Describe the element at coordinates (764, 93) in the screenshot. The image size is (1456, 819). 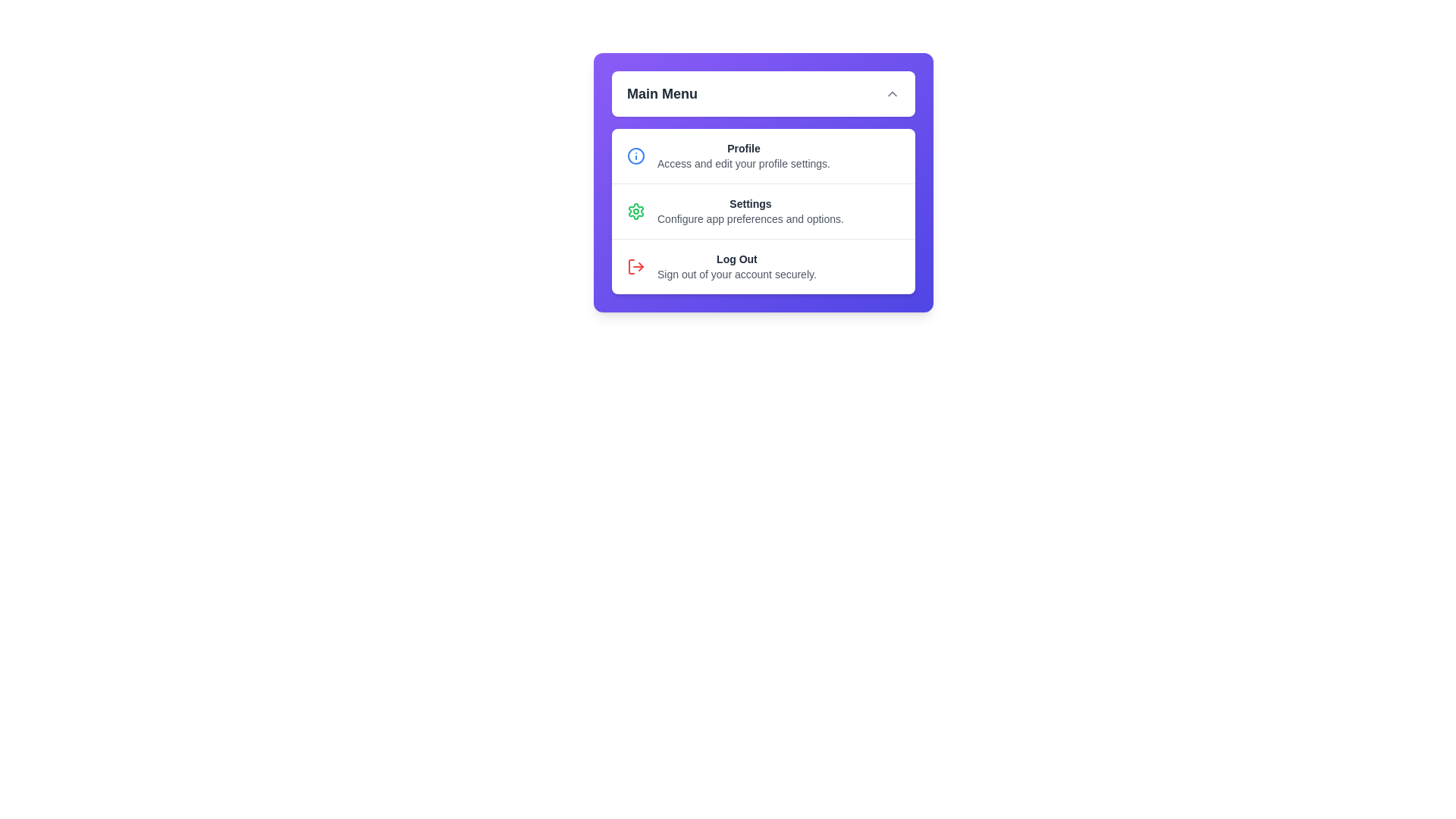
I see `the main menu button to toggle the menu visibility` at that location.